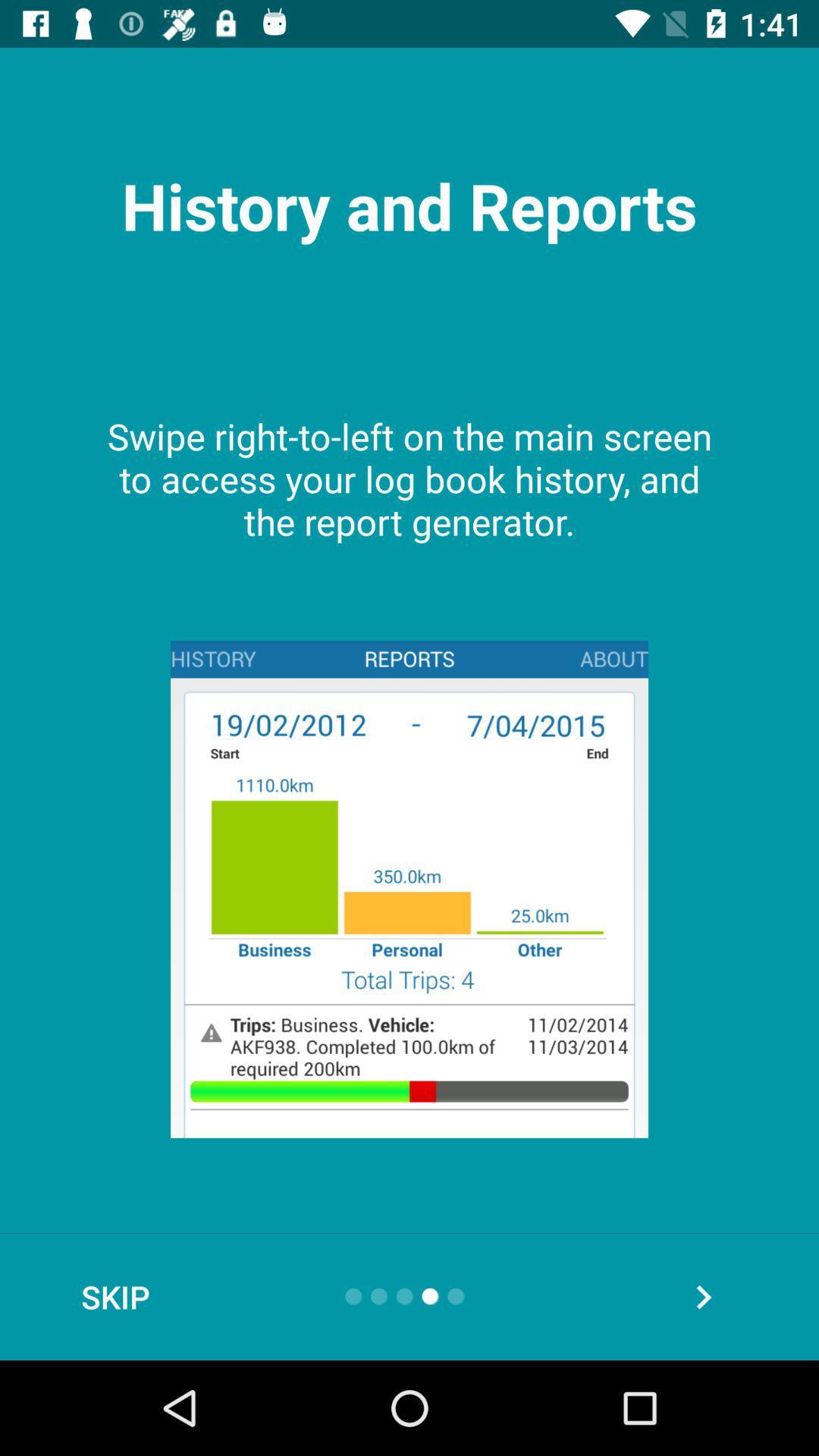 The image size is (819, 1456). What do you see at coordinates (115, 1296) in the screenshot?
I see `item at the bottom left corner` at bounding box center [115, 1296].